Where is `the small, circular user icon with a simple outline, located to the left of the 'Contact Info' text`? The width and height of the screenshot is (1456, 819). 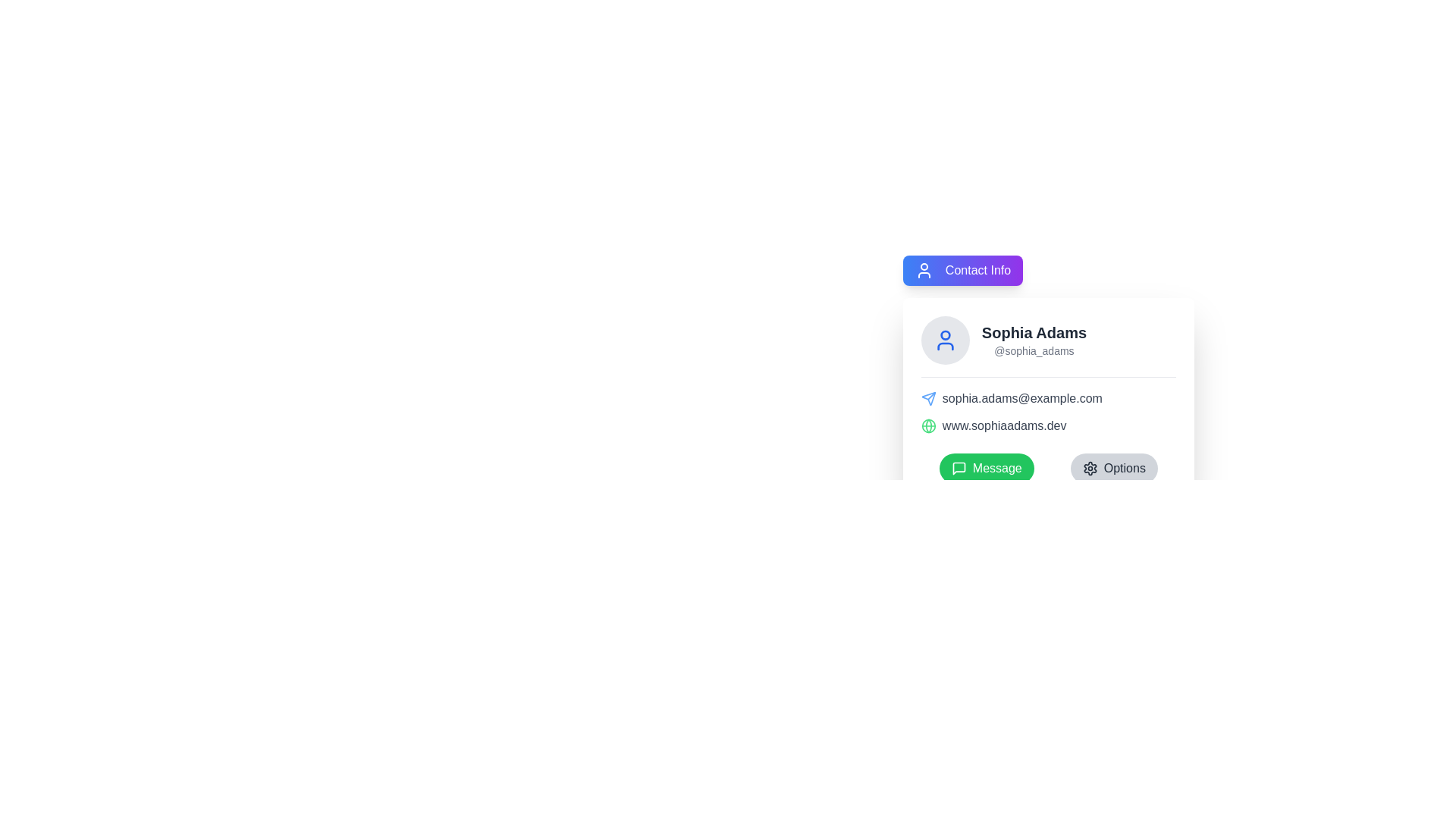 the small, circular user icon with a simple outline, located to the left of the 'Contact Info' text is located at coordinates (923, 270).